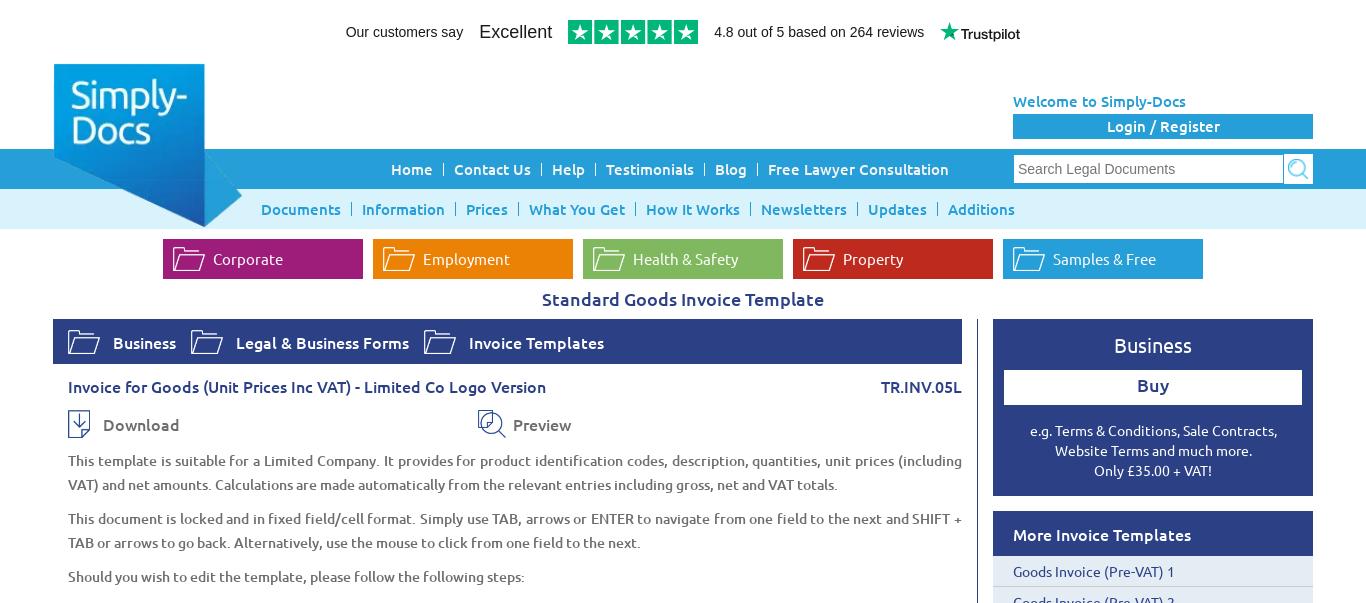 This screenshot has height=603, width=1366. Describe the element at coordinates (1153, 384) in the screenshot. I see `'Buy'` at that location.